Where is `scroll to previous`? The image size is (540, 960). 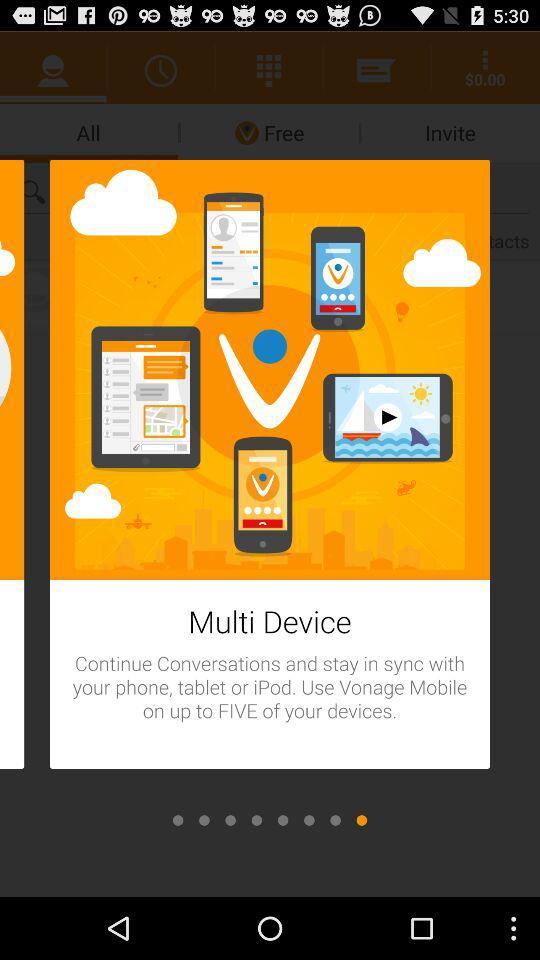 scroll to previous is located at coordinates (256, 820).